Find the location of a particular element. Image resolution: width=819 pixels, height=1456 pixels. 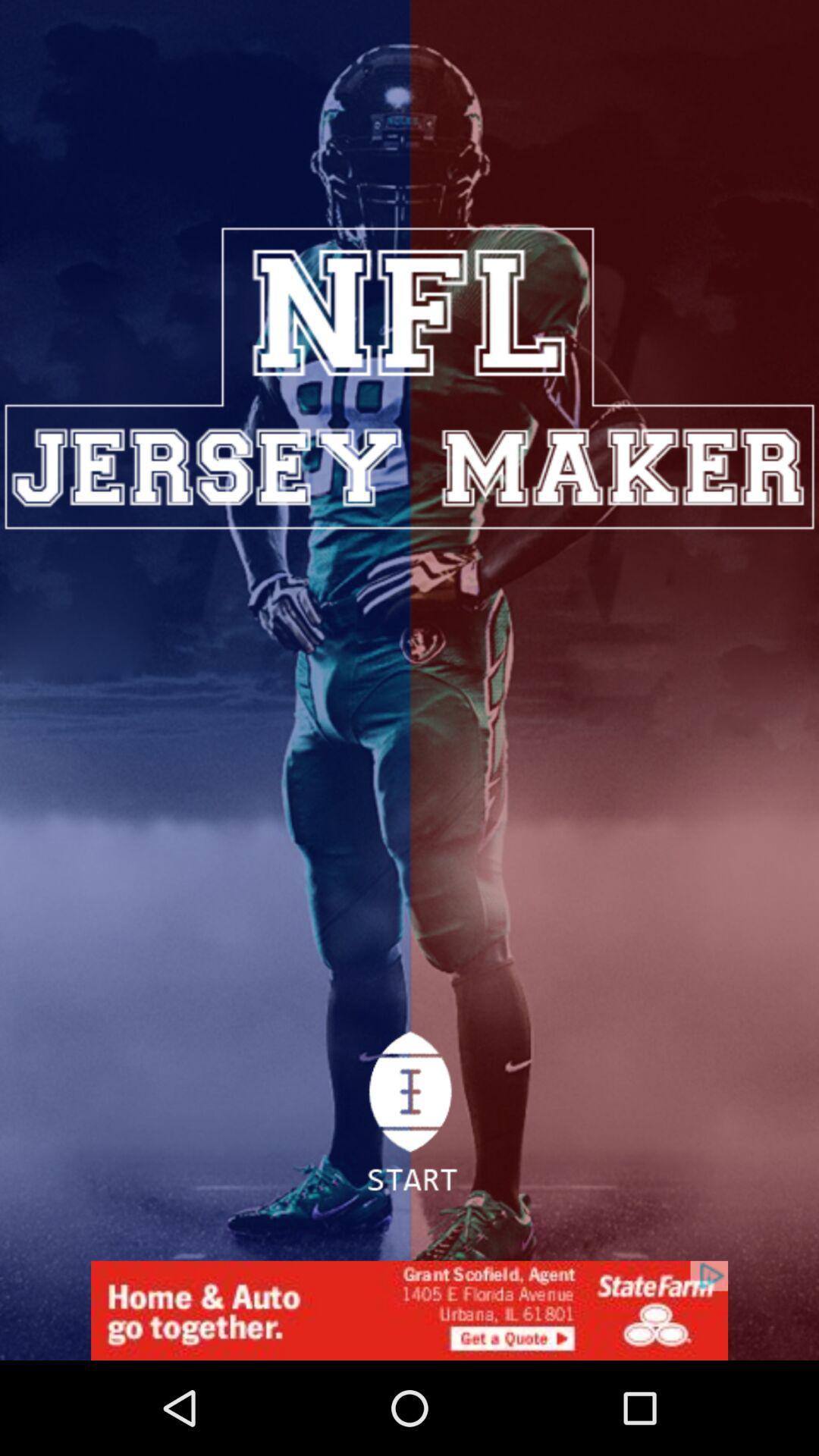

the start button is located at coordinates (408, 1120).